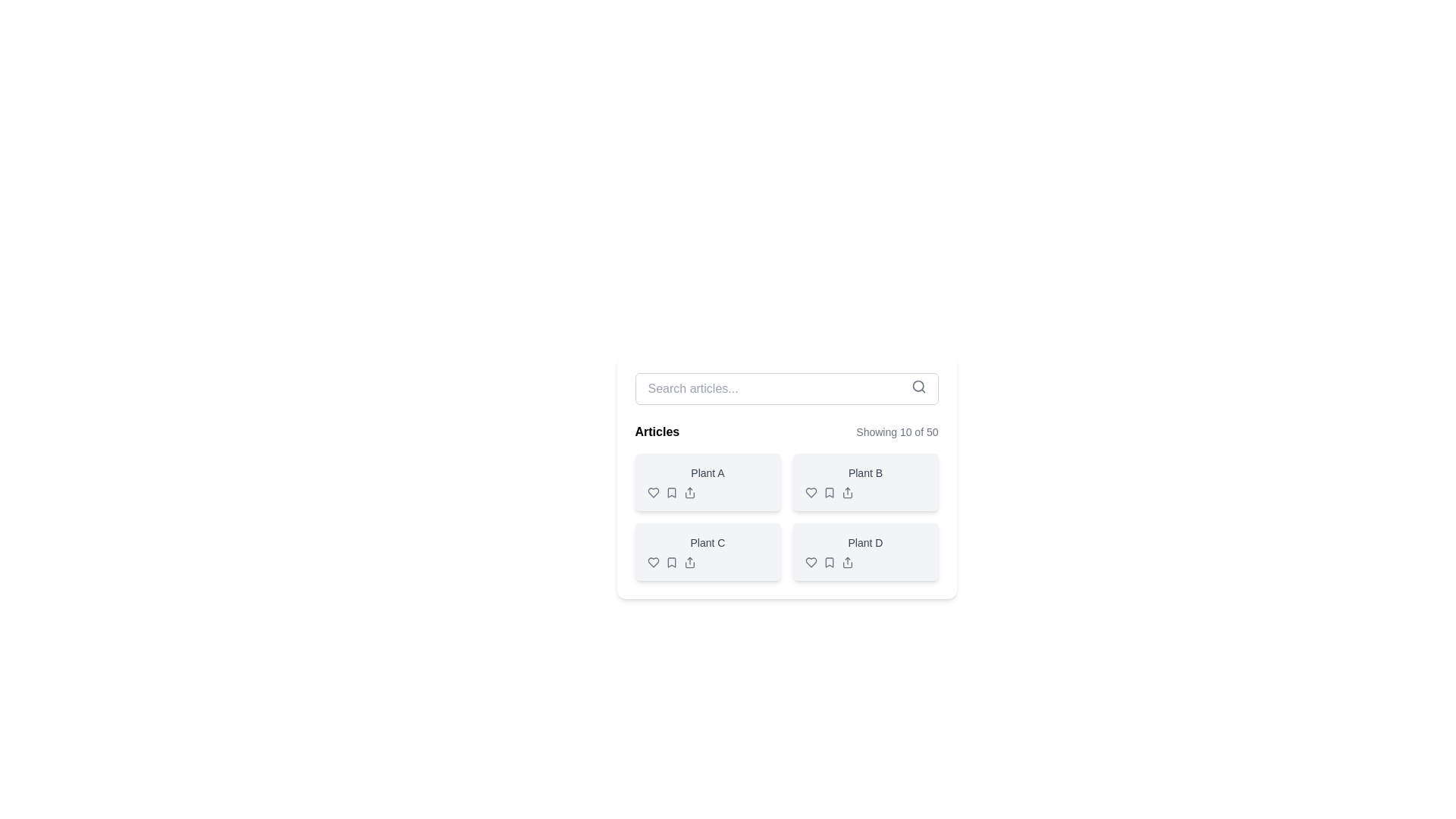  What do you see at coordinates (918, 385) in the screenshot?
I see `the magnifying glass icon located in the top-right corner of the search bar to potentially see additional information` at bounding box center [918, 385].